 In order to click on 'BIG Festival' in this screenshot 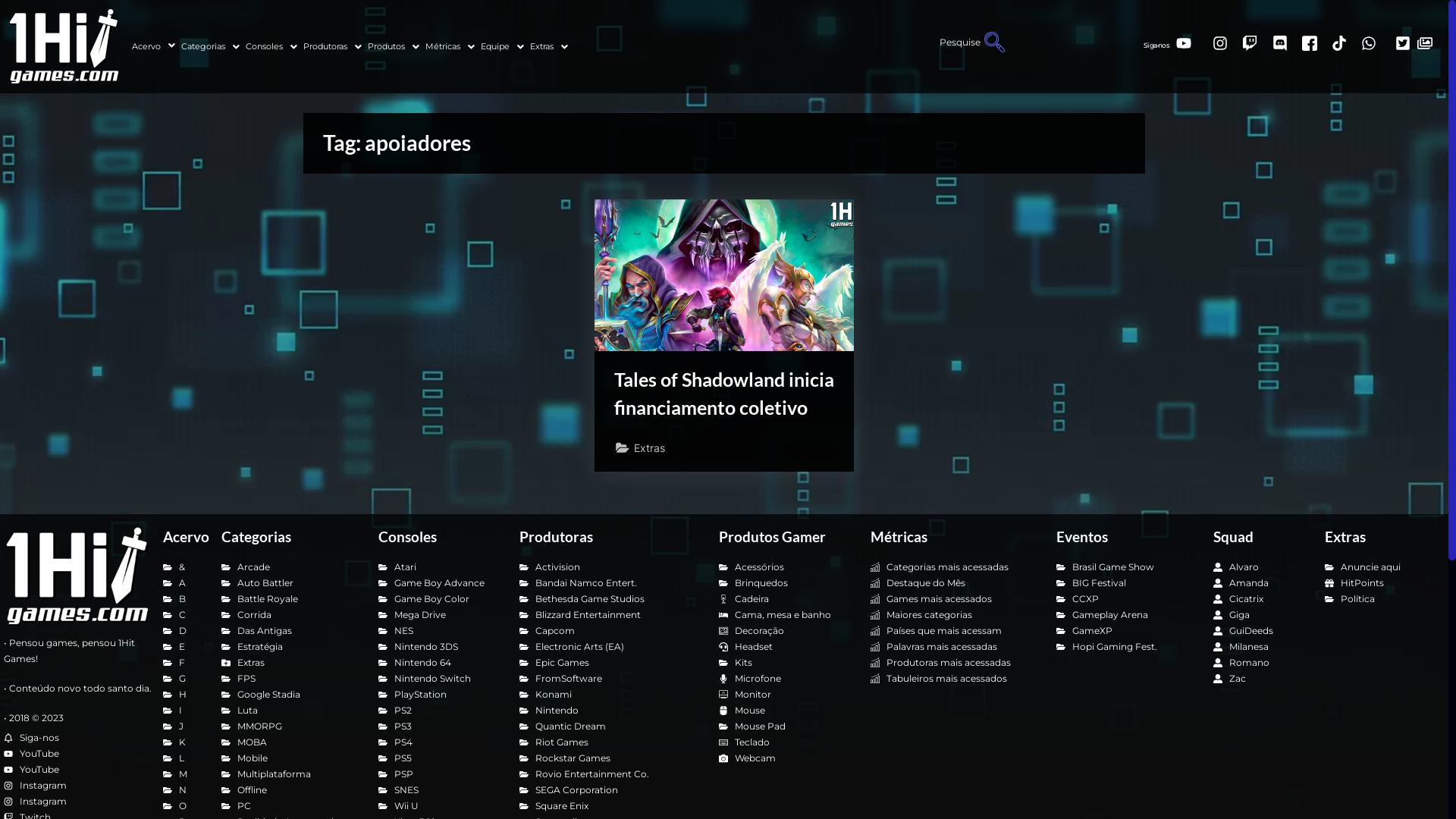, I will do `click(1127, 582)`.